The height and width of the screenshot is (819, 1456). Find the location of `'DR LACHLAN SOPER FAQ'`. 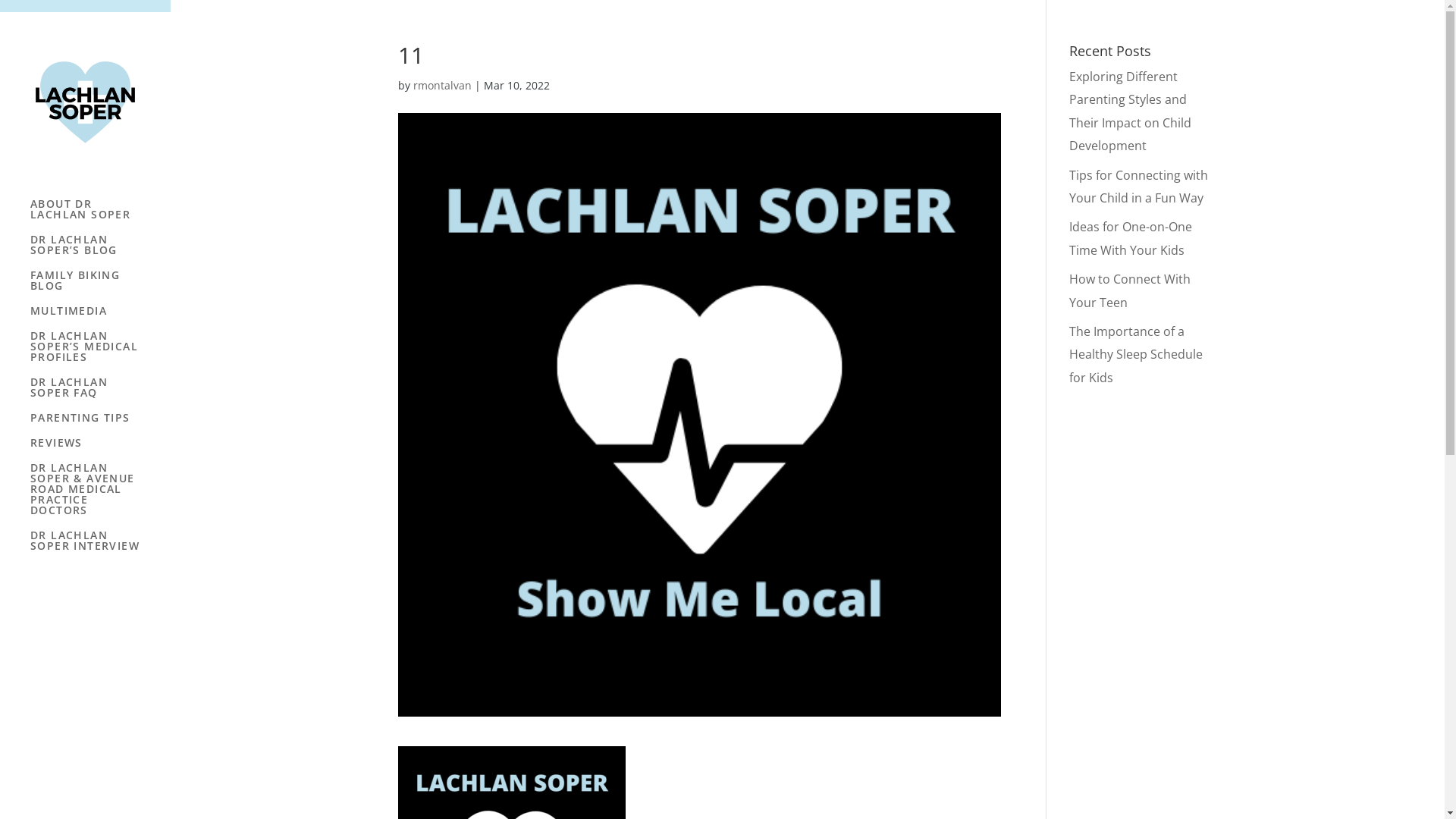

'DR LACHLAN SOPER FAQ' is located at coordinates (30, 394).